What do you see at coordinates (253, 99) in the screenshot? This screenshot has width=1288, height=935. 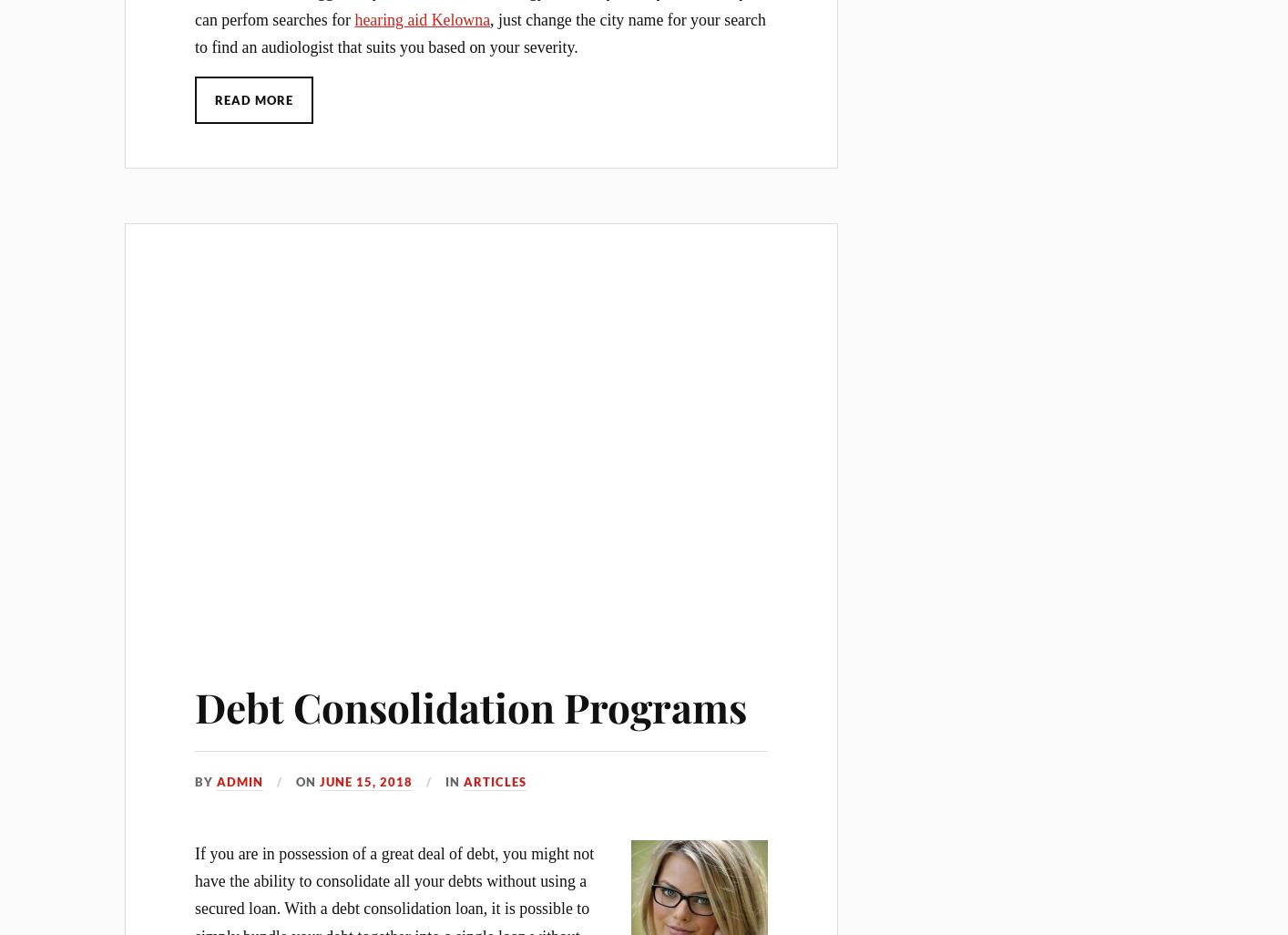 I see `'Read More'` at bounding box center [253, 99].